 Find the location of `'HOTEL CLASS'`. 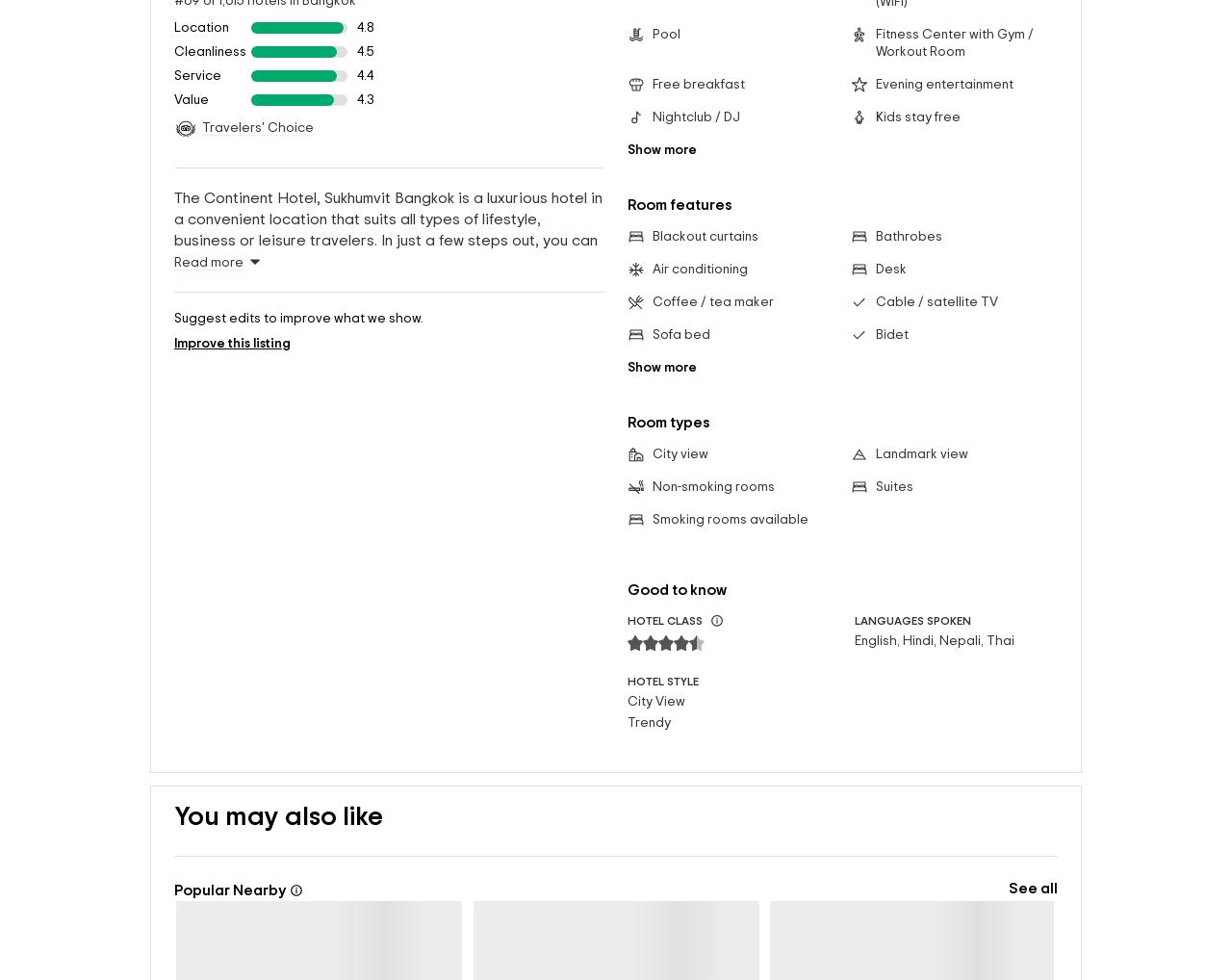

'HOTEL CLASS' is located at coordinates (664, 589).